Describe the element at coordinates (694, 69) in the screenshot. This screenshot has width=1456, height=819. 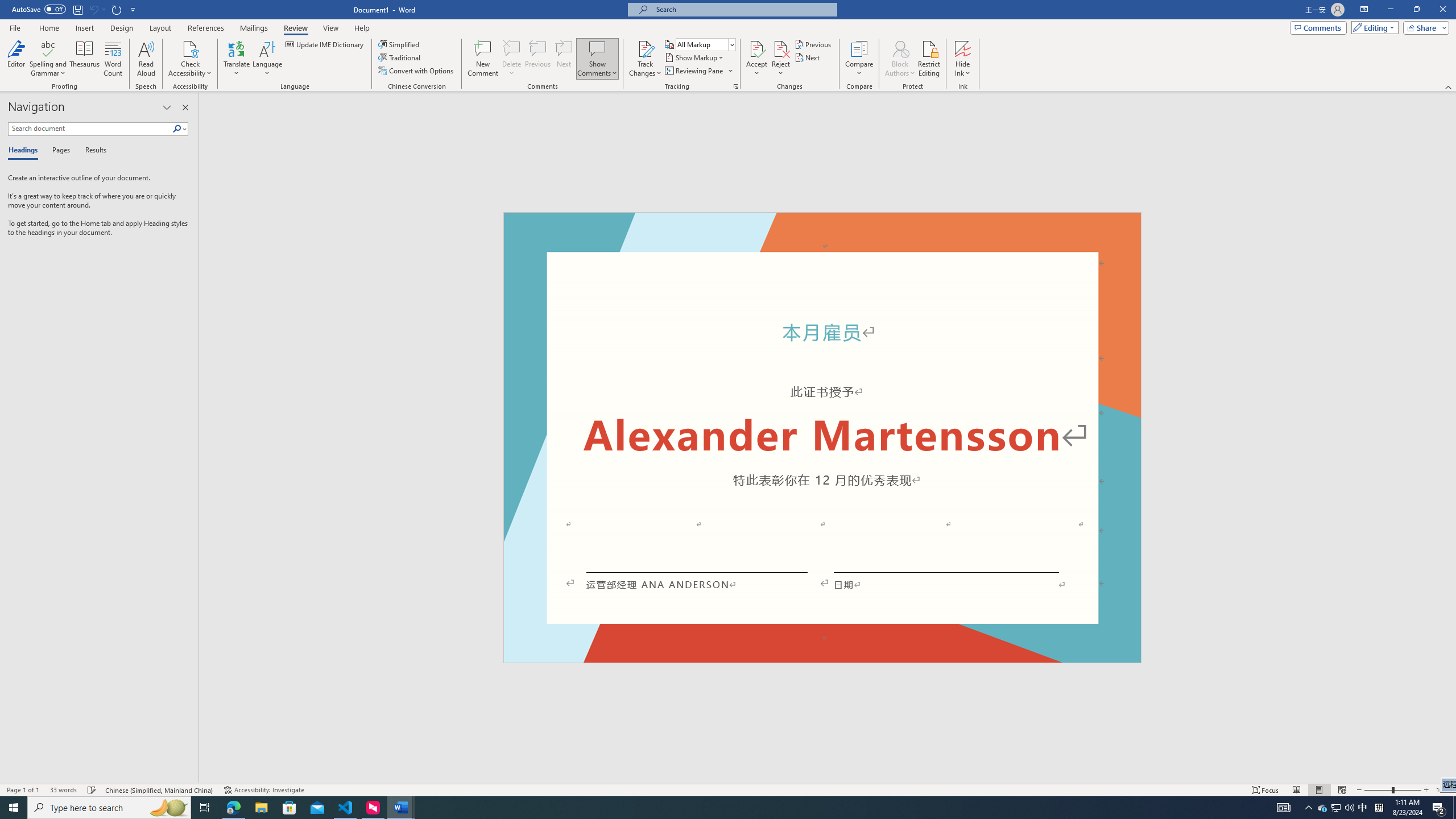
I see `'Reviewing Pane'` at that location.